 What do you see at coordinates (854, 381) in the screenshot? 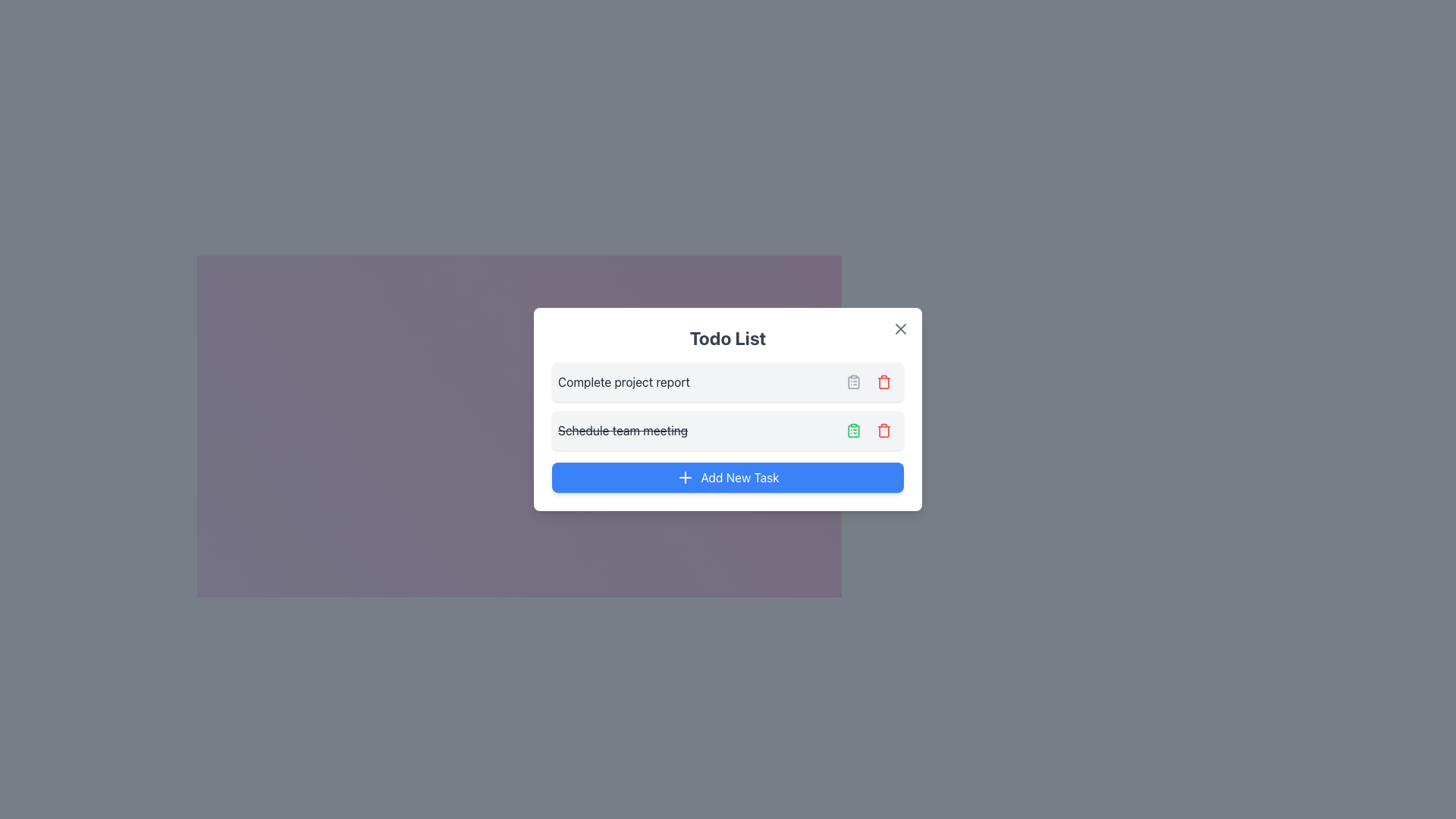
I see `the clipboard icon located to the right of the text 'Complete project report' in the first item of the to-do list` at bounding box center [854, 381].